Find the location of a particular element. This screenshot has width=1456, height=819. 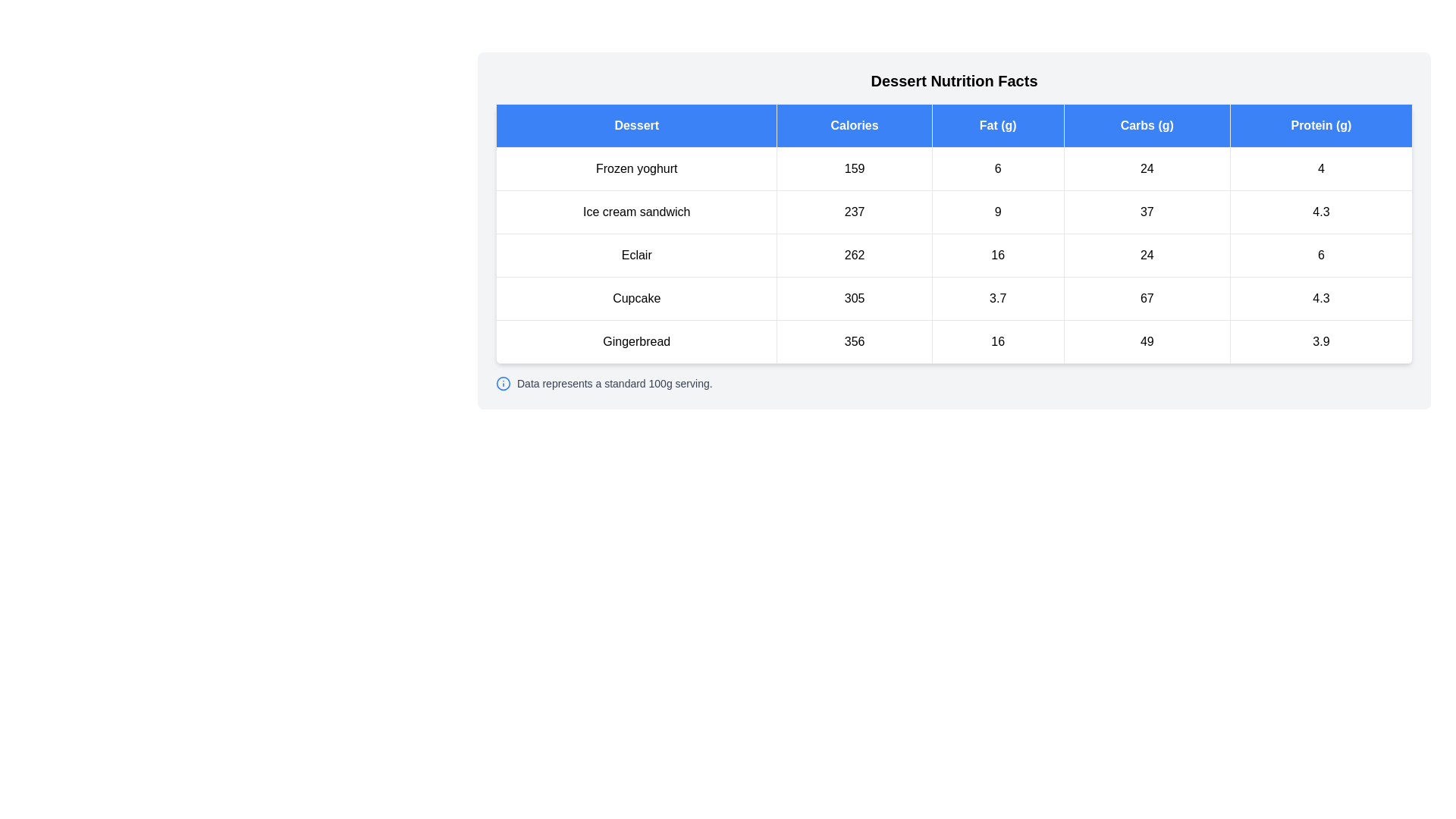

the header Fat (g) to sort the table by that column is located at coordinates (998, 124).